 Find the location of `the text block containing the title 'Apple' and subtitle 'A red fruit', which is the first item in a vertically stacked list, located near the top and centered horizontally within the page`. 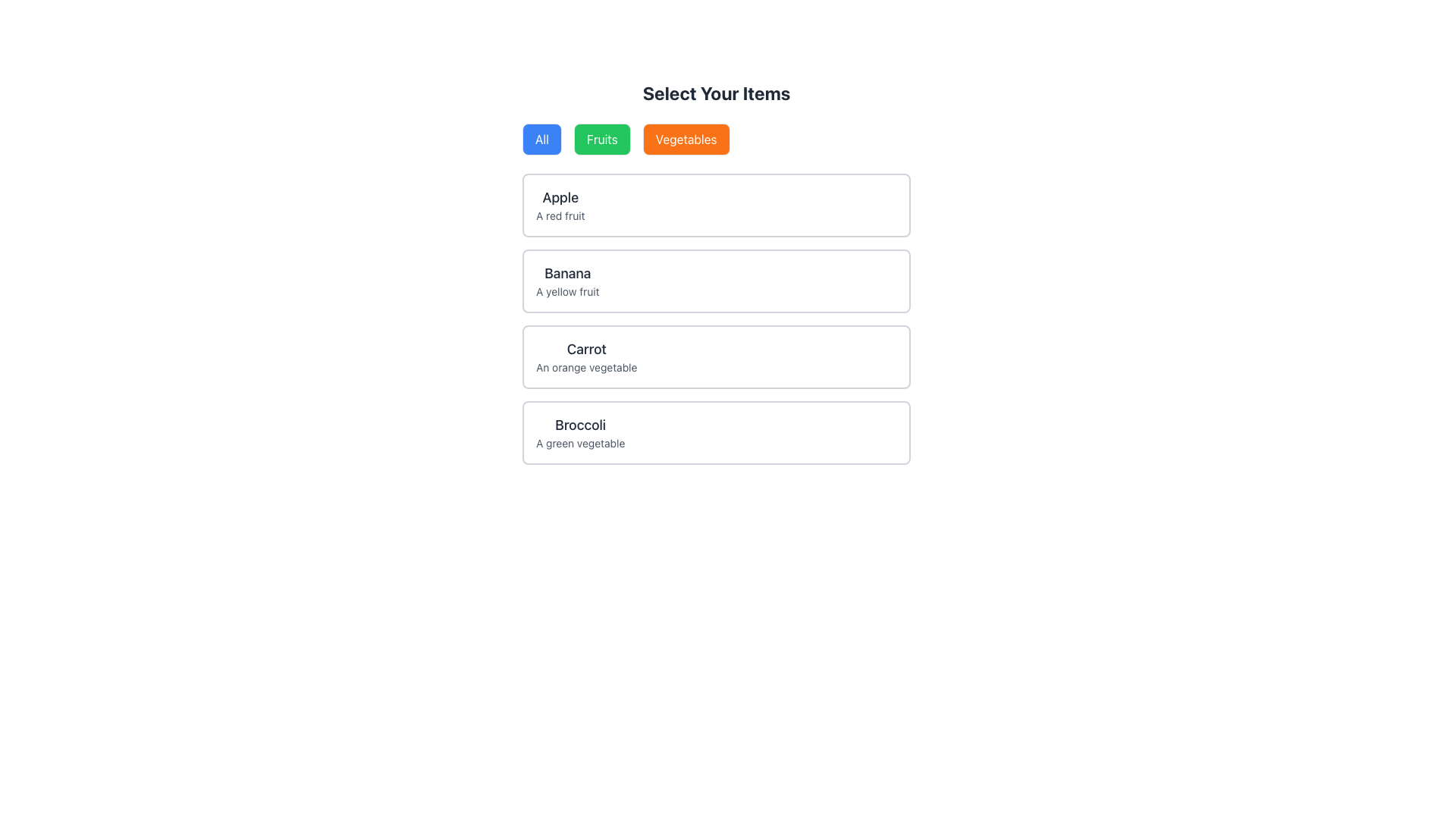

the text block containing the title 'Apple' and subtitle 'A red fruit', which is the first item in a vertically stacked list, located near the top and centered horizontally within the page is located at coordinates (560, 205).